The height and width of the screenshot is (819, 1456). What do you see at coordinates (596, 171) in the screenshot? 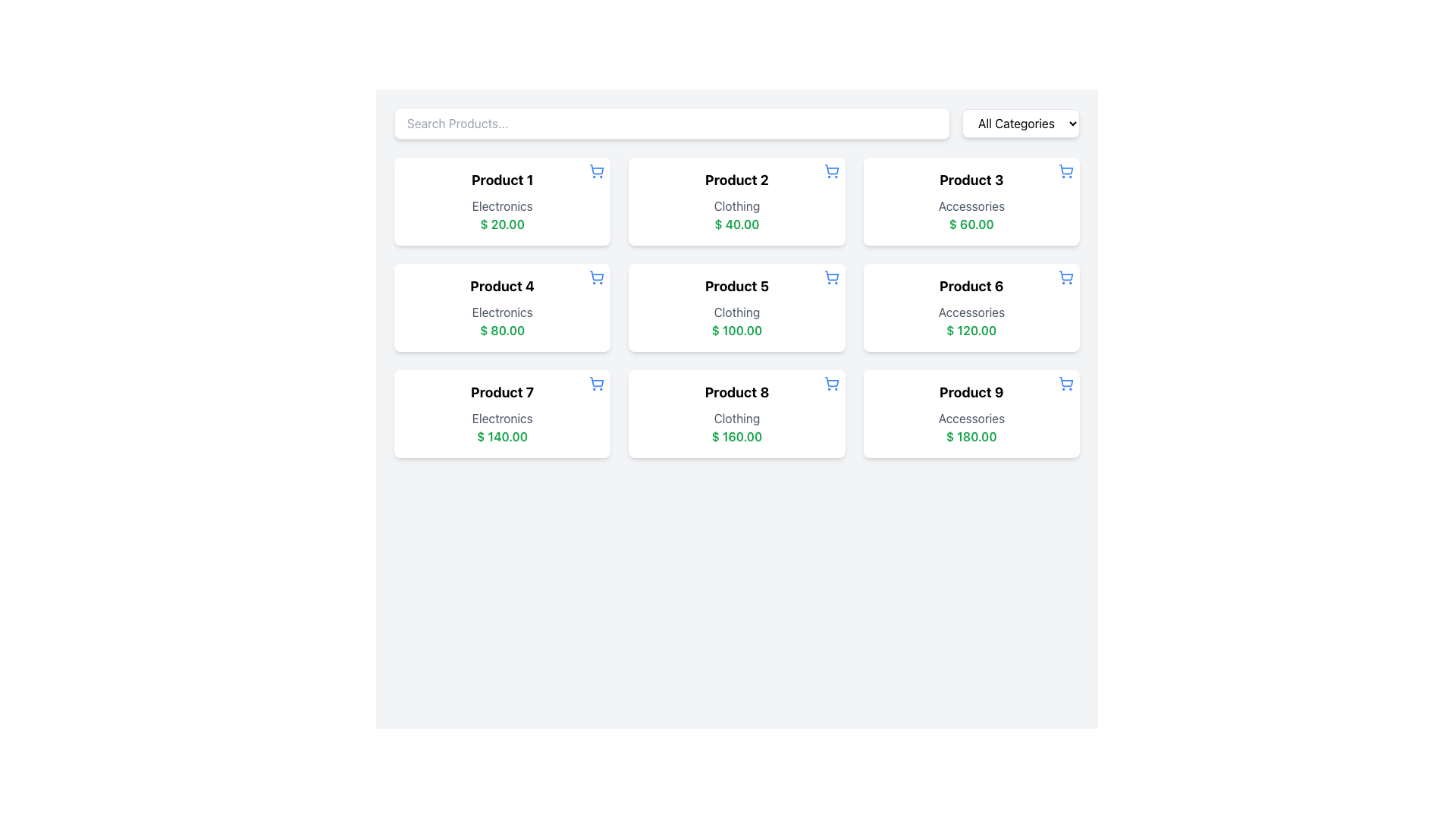
I see `the button in the top-right corner of the 'Product 1' card under the 'Electronics' category` at bounding box center [596, 171].